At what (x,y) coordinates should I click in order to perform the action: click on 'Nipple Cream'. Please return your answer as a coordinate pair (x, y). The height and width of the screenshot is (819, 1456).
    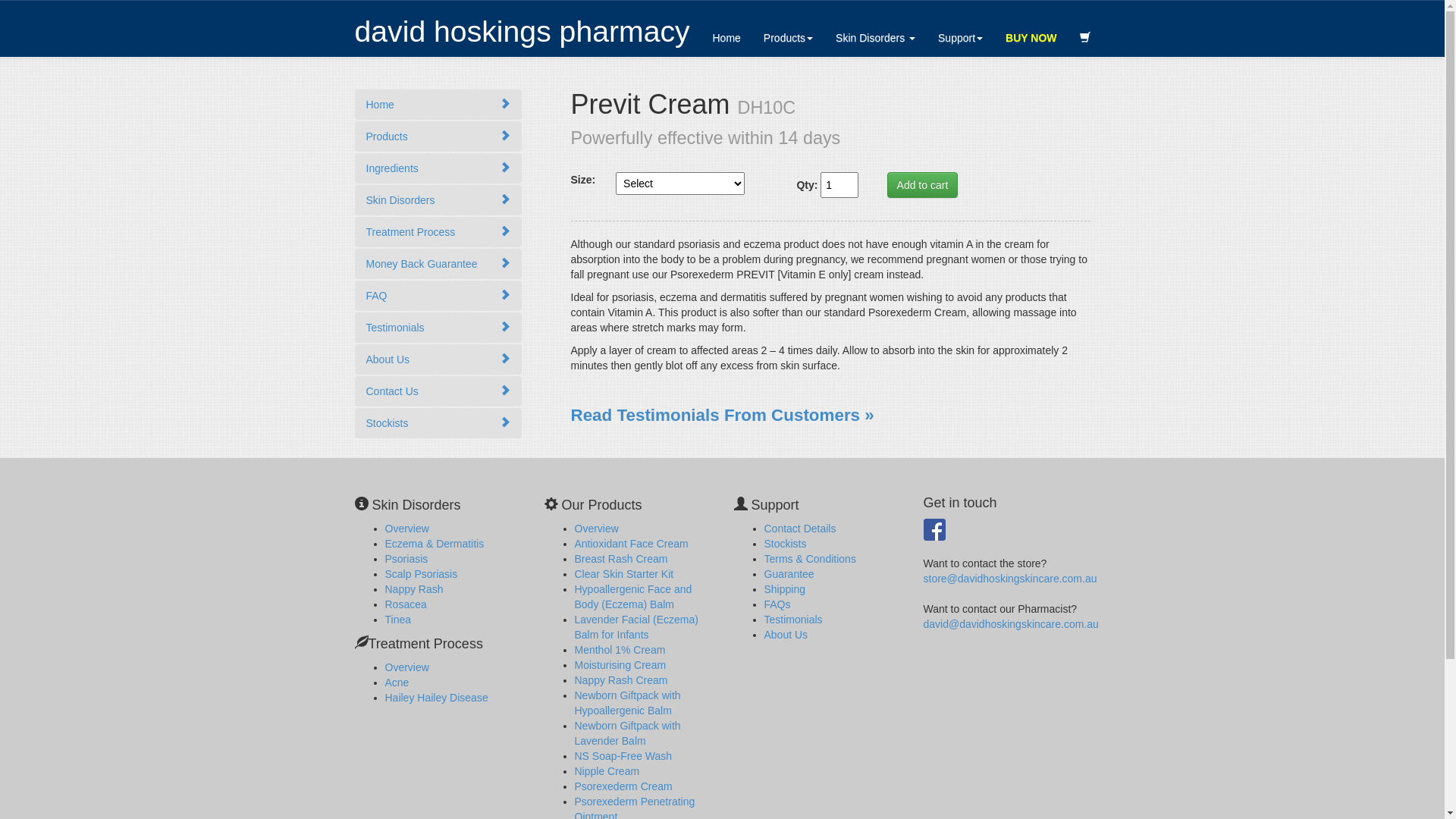
    Looking at the image, I should click on (607, 771).